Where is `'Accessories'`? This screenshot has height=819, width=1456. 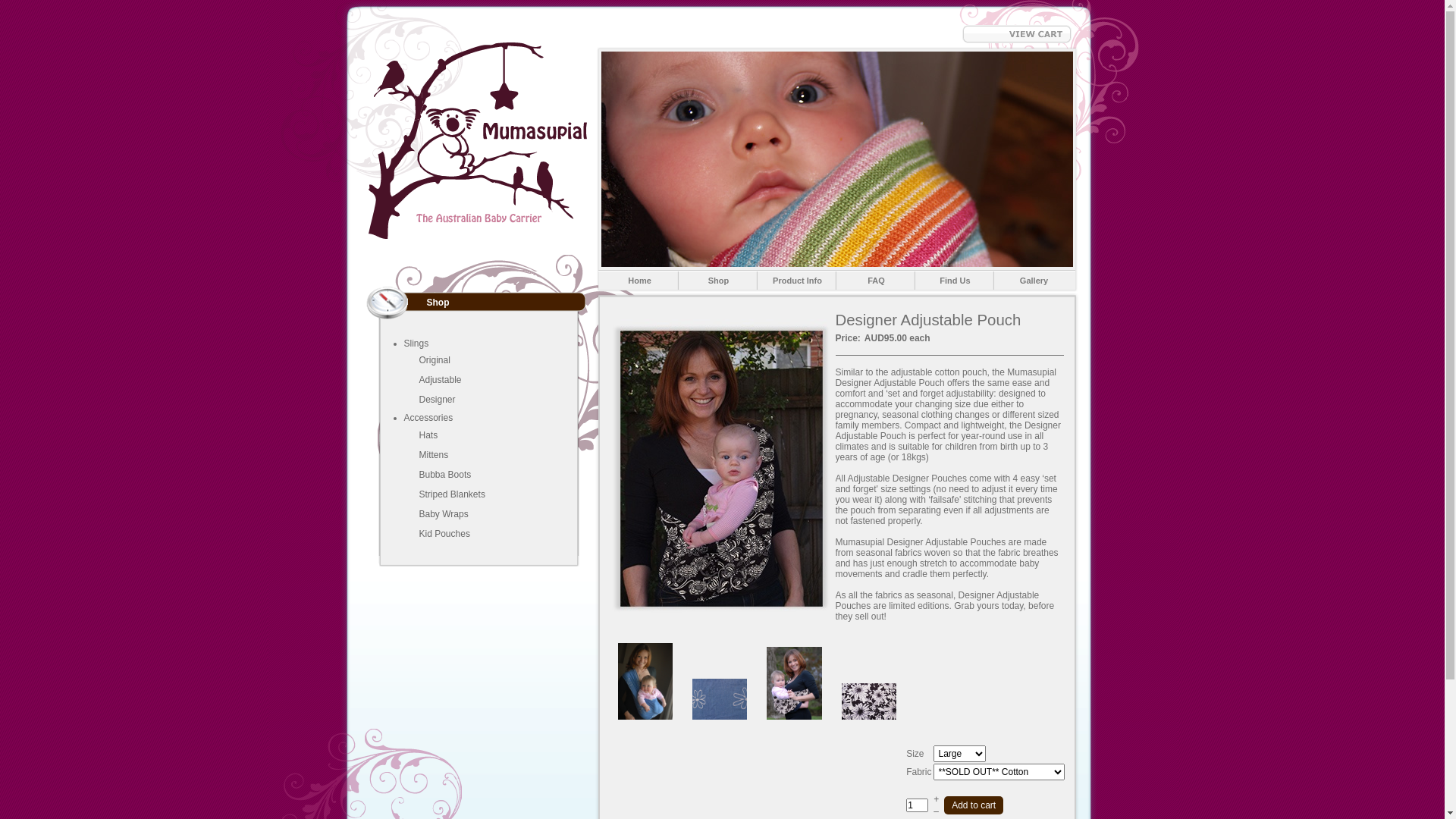
'Accessories' is located at coordinates (403, 418).